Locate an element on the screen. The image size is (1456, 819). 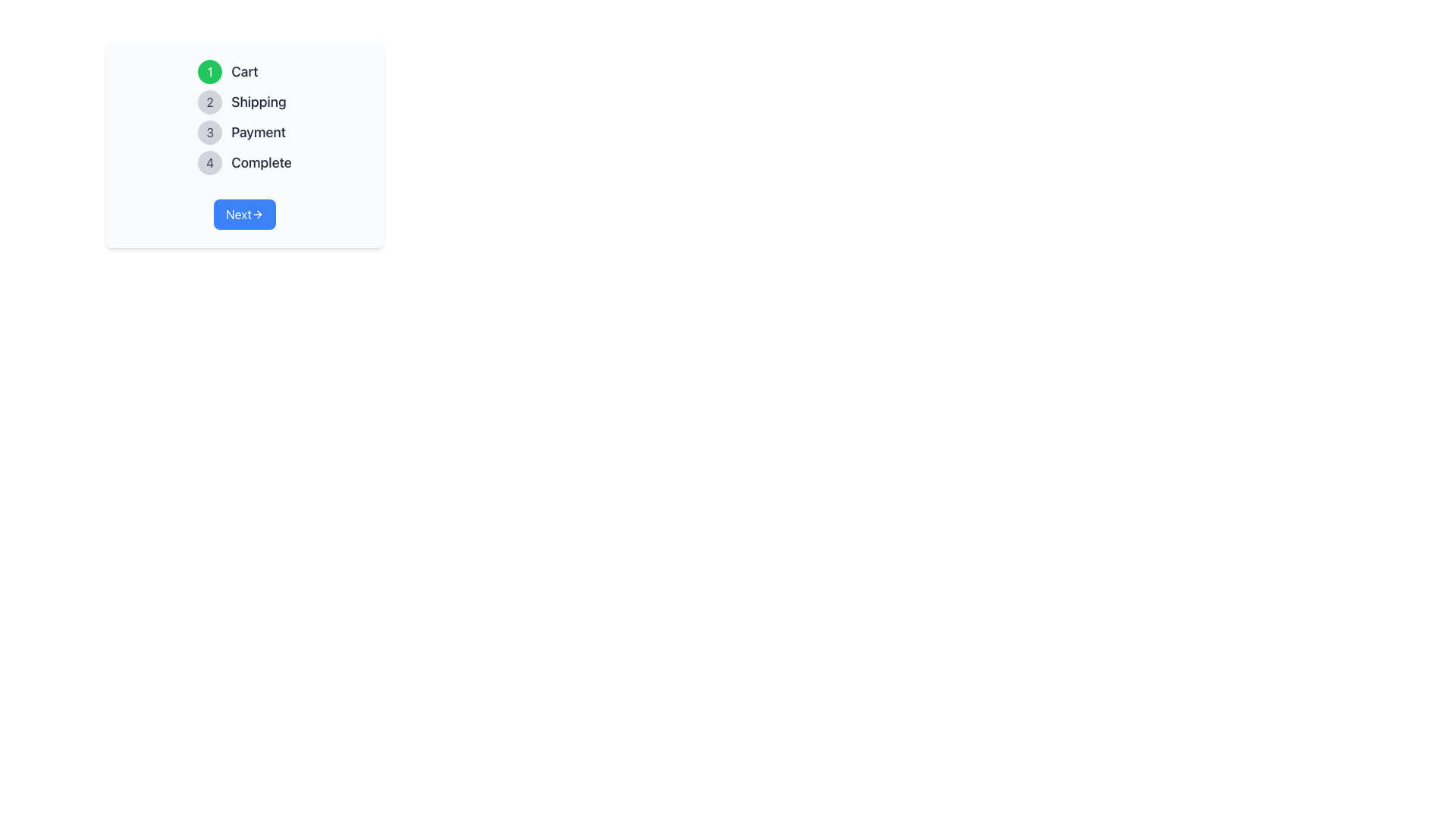
the static visual indicator that represents the final step in a sequence, located in the bottom-left section of the interface, below '3 Payment' and preceding 'Complete' is located at coordinates (209, 163).